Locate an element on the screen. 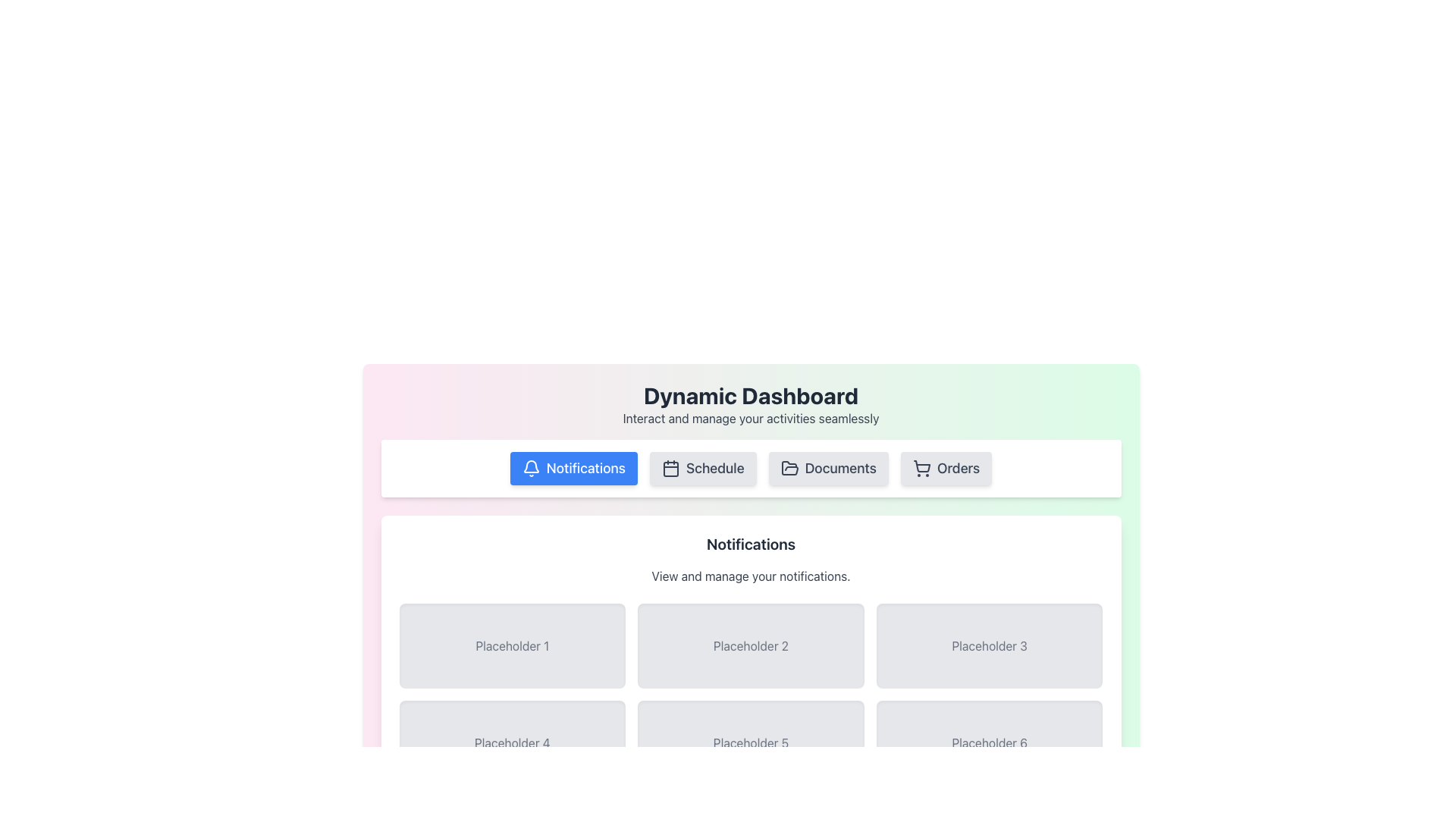 The image size is (1456, 819). the text label indicating its placeholder status located in the bottom-right cell of a 2x3 grid of placeholders is located at coordinates (990, 742).